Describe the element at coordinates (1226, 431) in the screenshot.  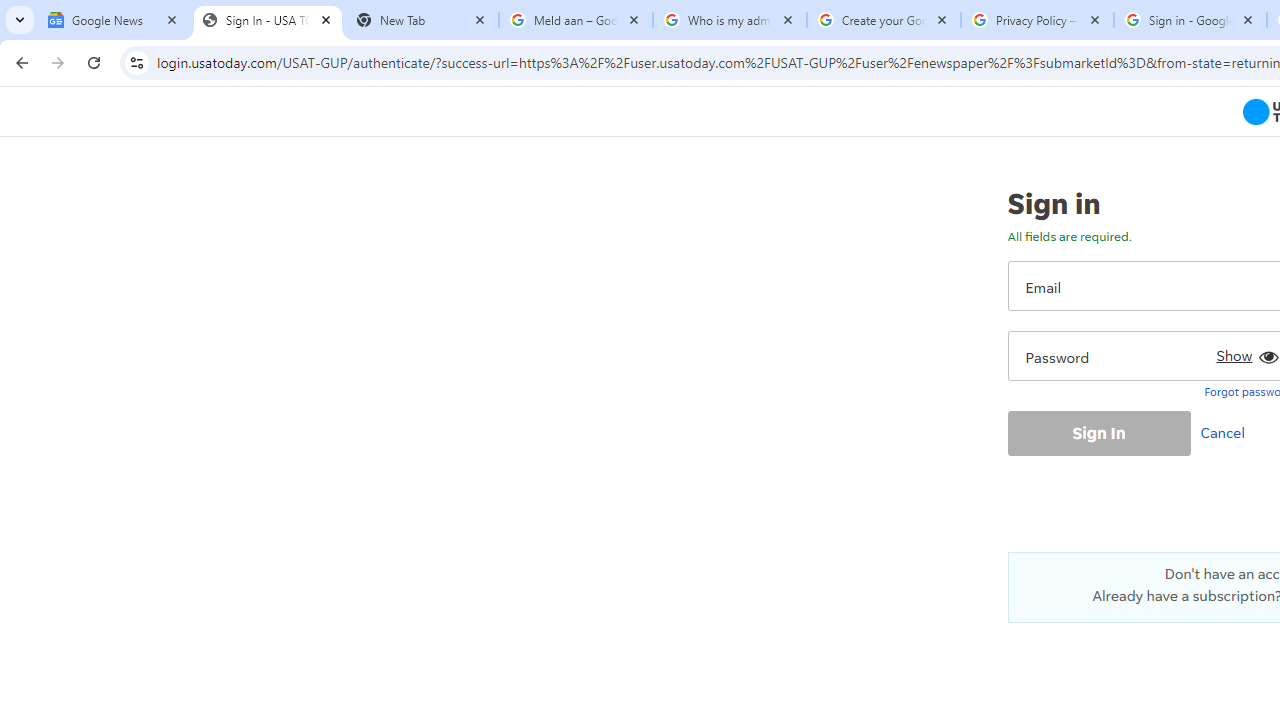
I see `'Cancel'` at that location.